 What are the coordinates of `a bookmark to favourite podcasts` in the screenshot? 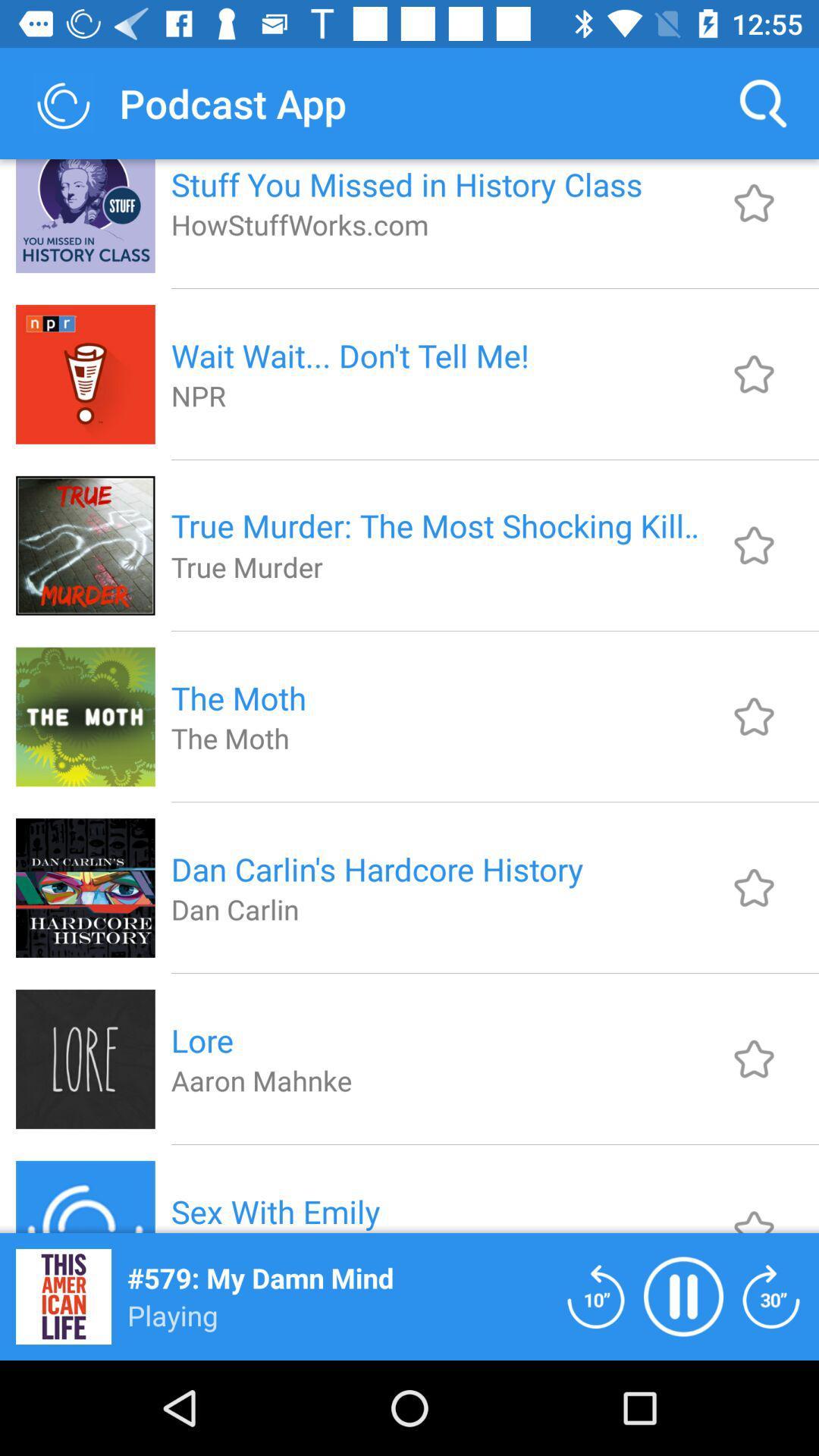 It's located at (754, 202).